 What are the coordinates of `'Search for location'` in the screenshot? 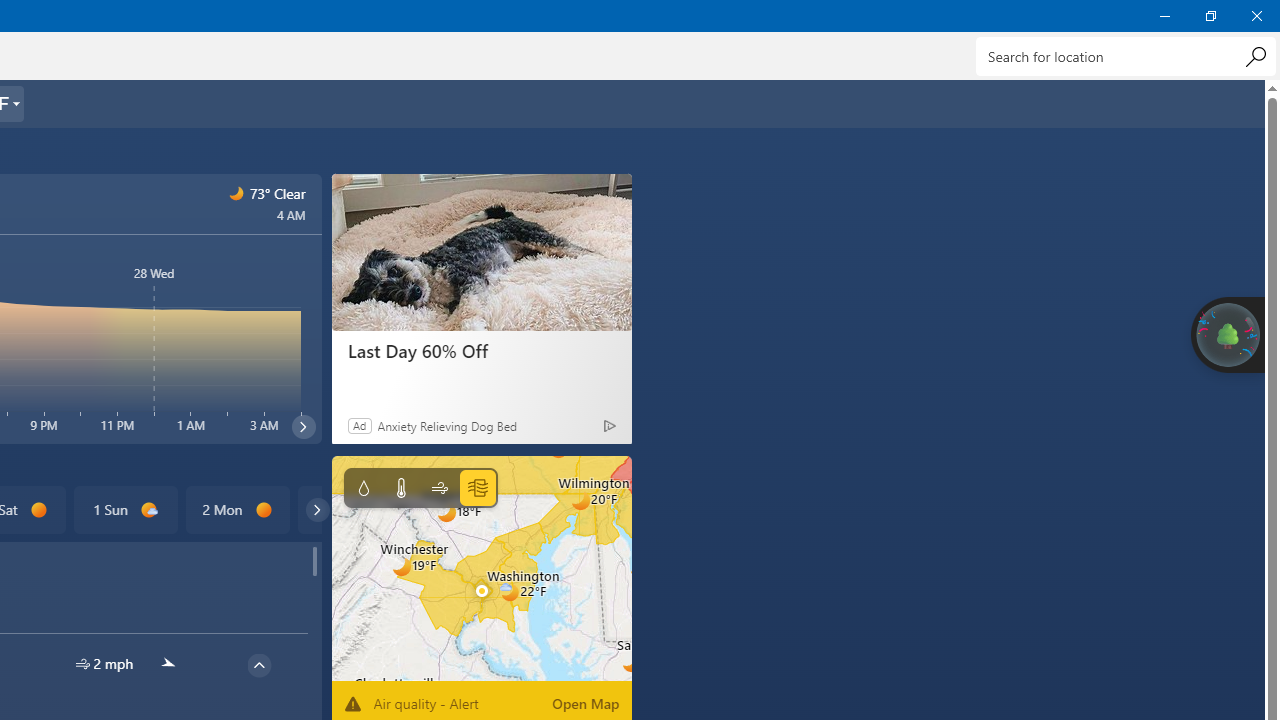 It's located at (1125, 55).